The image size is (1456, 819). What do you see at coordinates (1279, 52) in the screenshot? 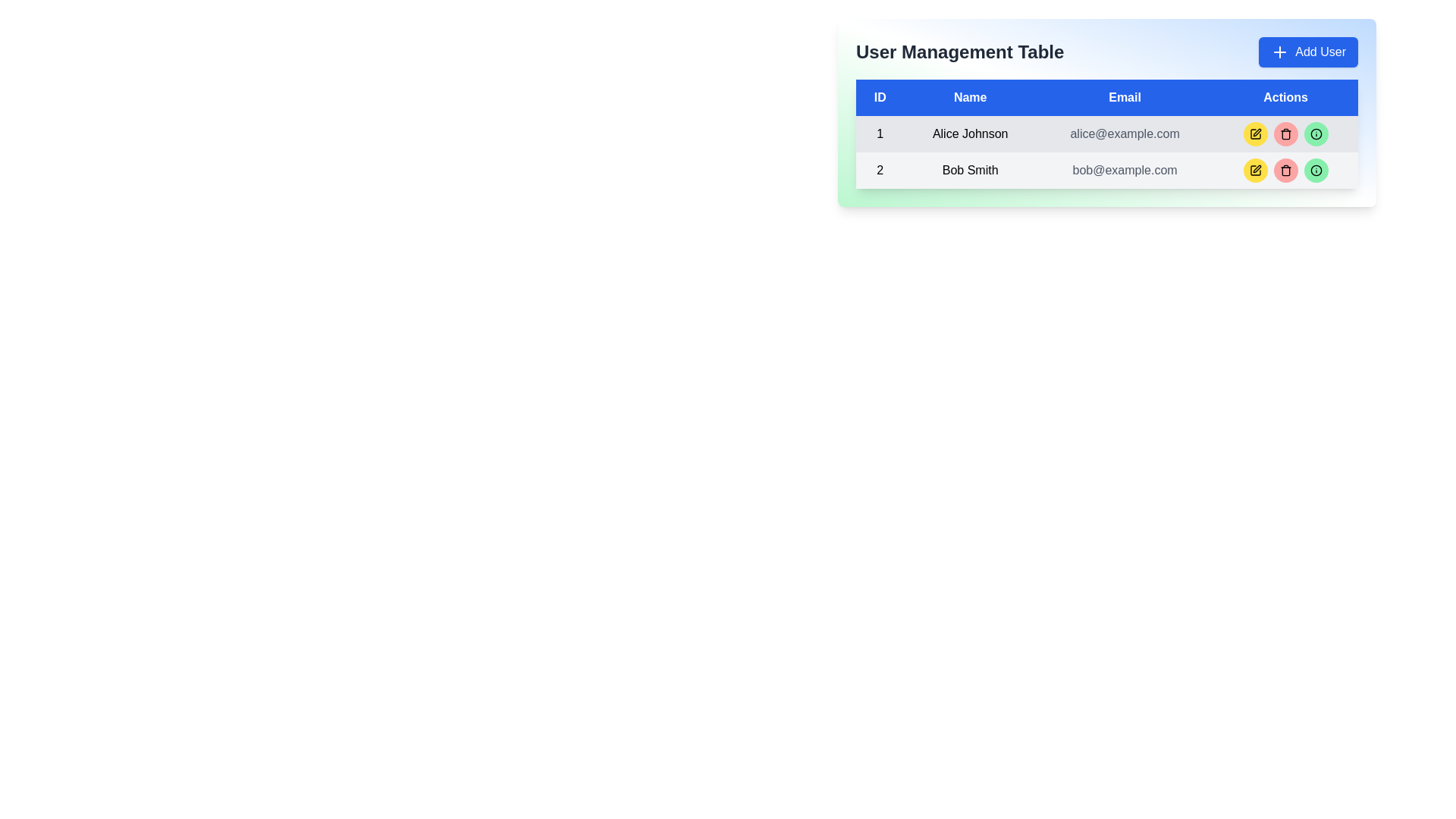
I see `the SVG icon representing a plus sign located within the blue 'Add User' button in the top-right section of the user management table interface` at bounding box center [1279, 52].